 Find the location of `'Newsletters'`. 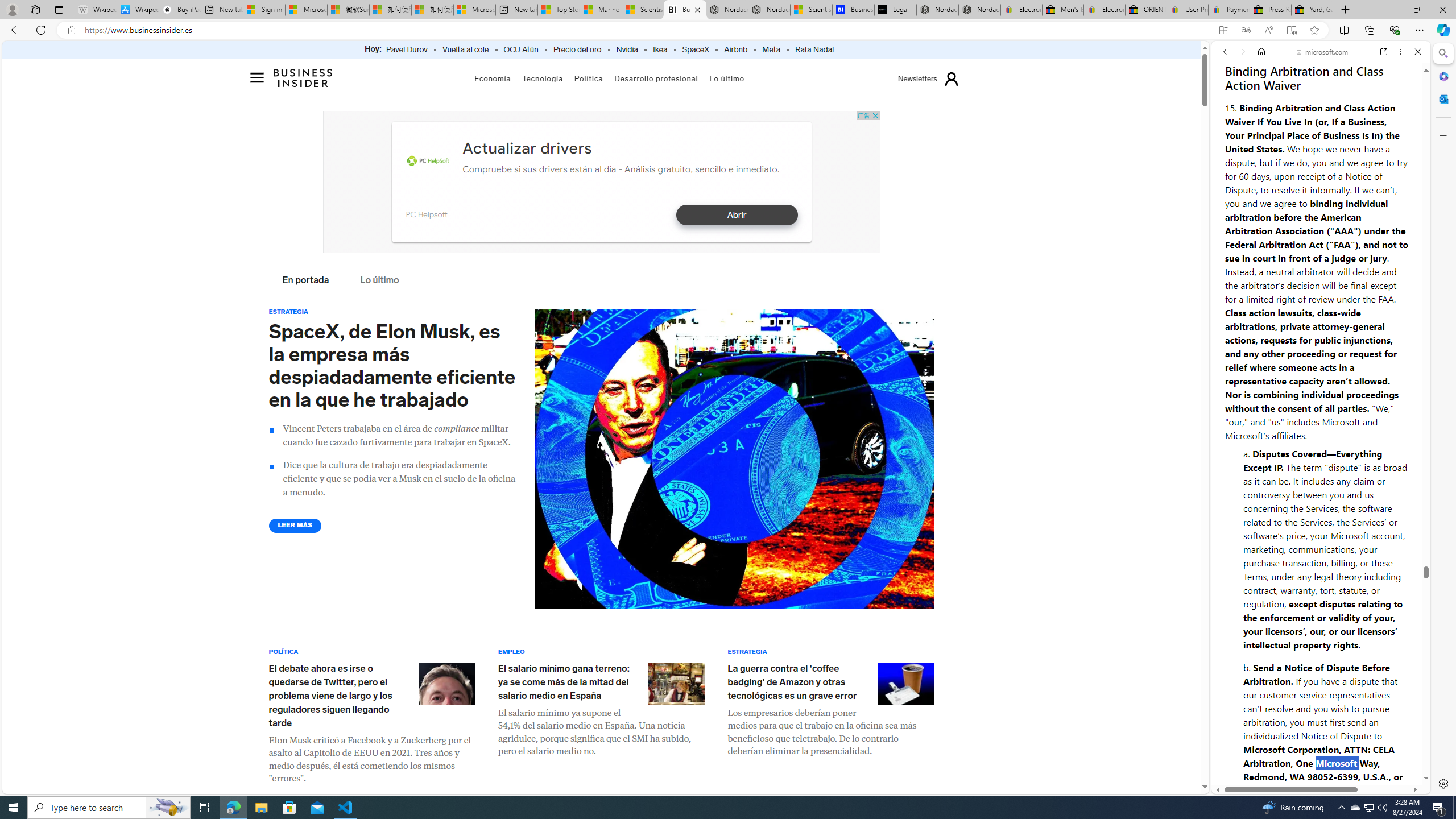

'Newsletters' is located at coordinates (916, 78).